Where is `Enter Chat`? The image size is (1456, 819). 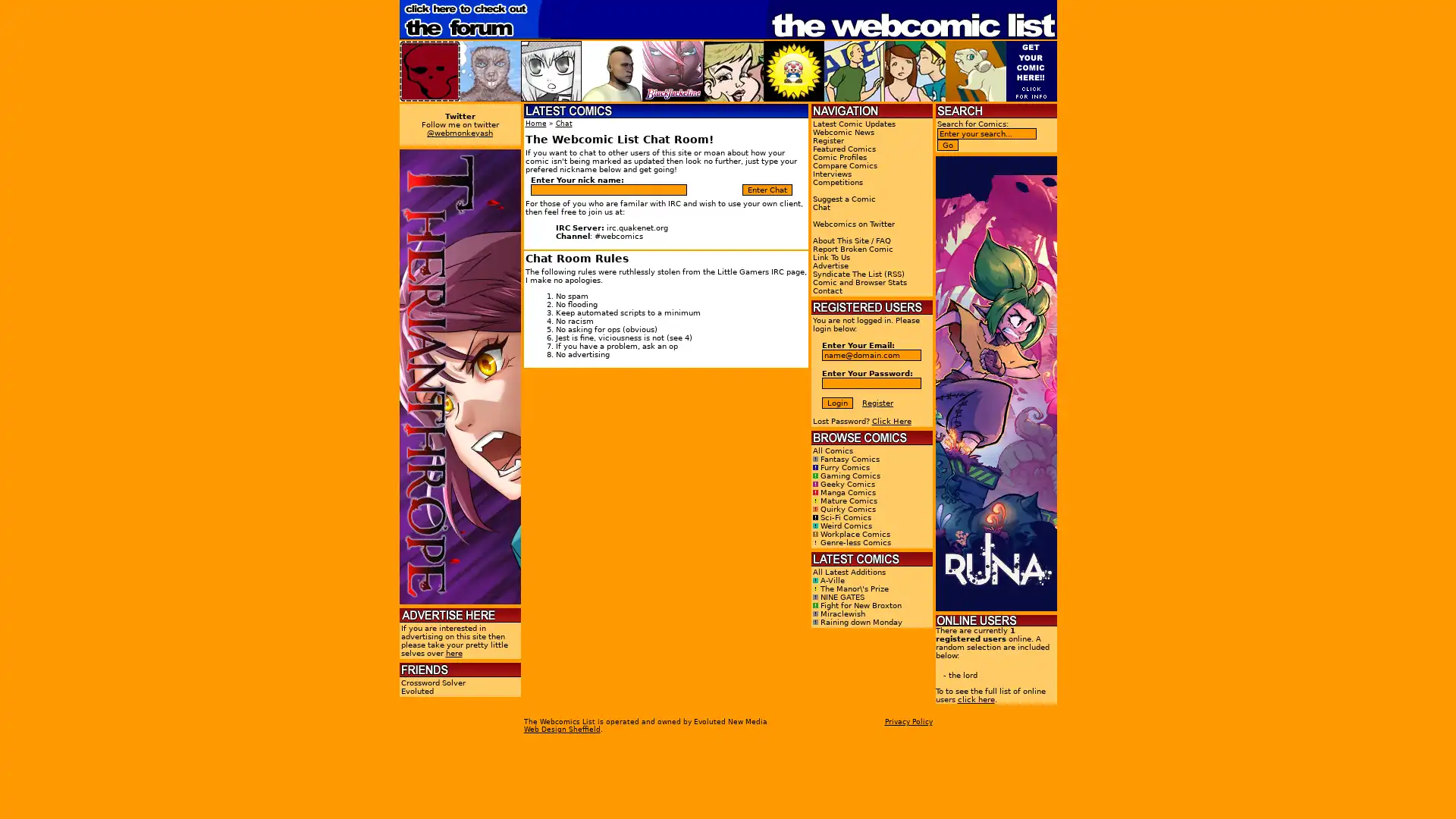 Enter Chat is located at coordinates (767, 189).